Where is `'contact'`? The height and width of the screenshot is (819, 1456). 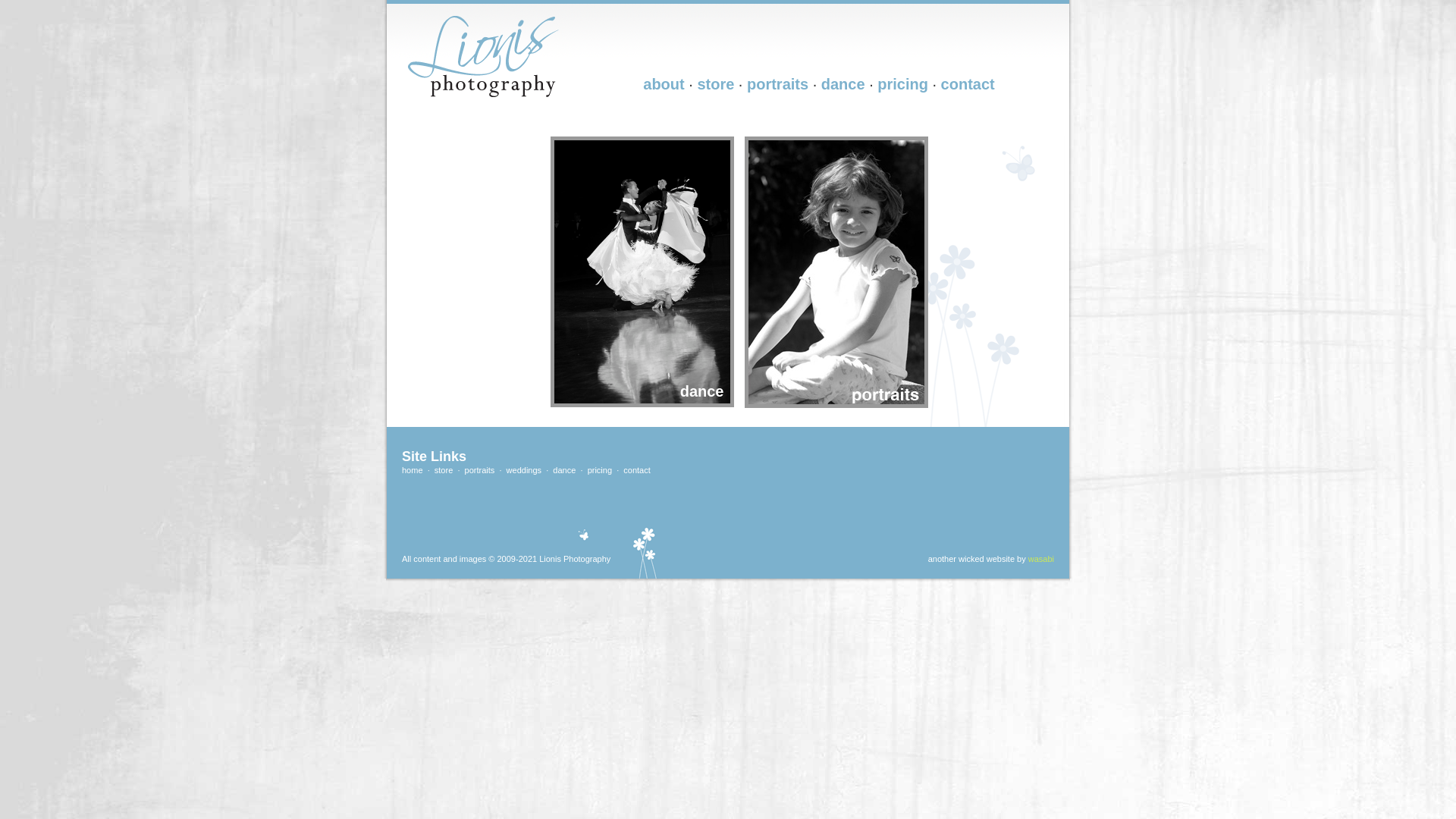 'contact' is located at coordinates (967, 84).